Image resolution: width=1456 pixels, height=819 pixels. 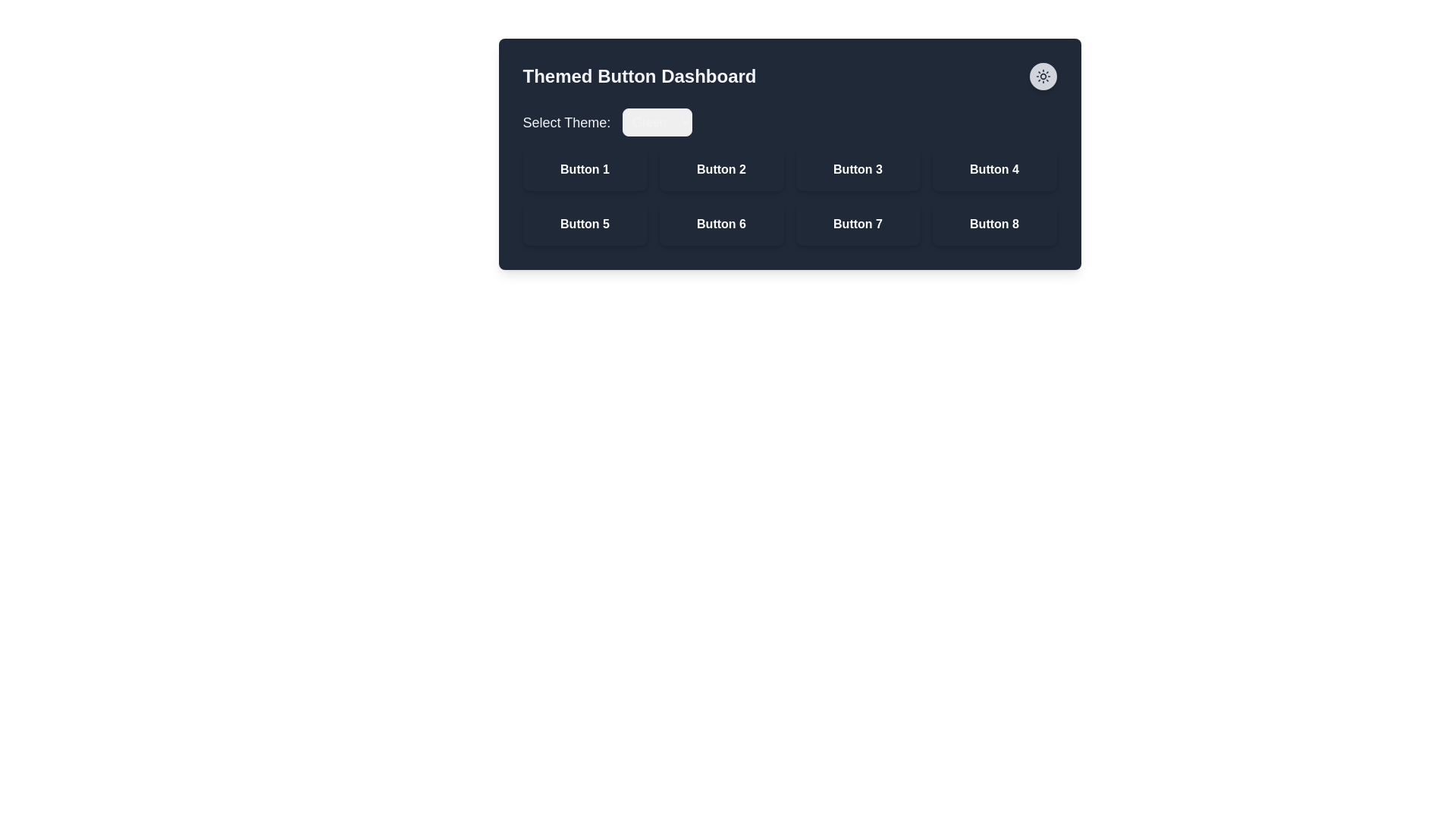 What do you see at coordinates (639, 76) in the screenshot?
I see `title text located at the top-left corner of the dashboard interface, which serves as a heading for the displayed interface` at bounding box center [639, 76].